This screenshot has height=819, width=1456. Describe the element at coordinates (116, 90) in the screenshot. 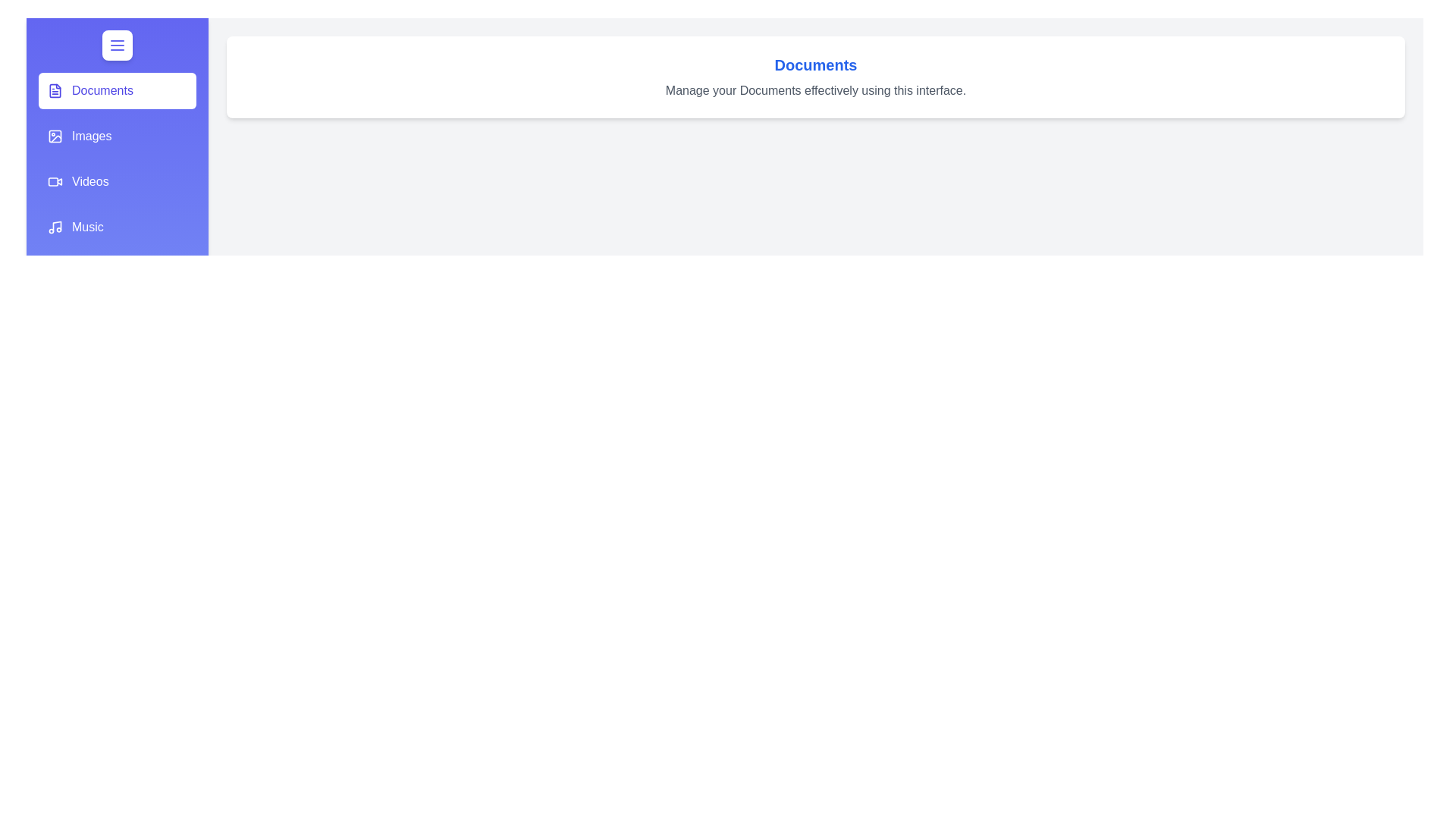

I see `the section Documents from the list` at that location.